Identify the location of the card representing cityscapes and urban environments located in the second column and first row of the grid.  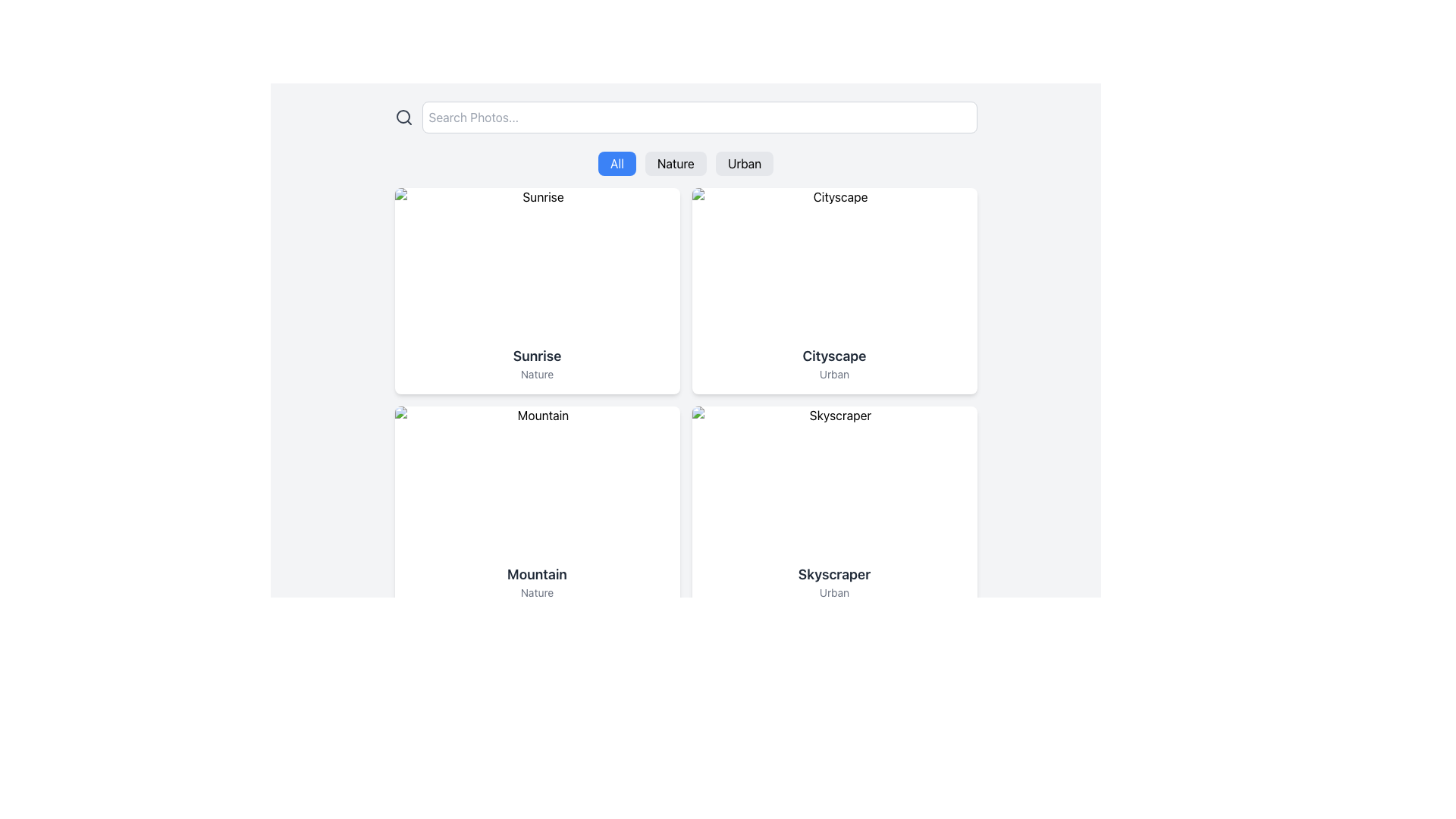
(833, 291).